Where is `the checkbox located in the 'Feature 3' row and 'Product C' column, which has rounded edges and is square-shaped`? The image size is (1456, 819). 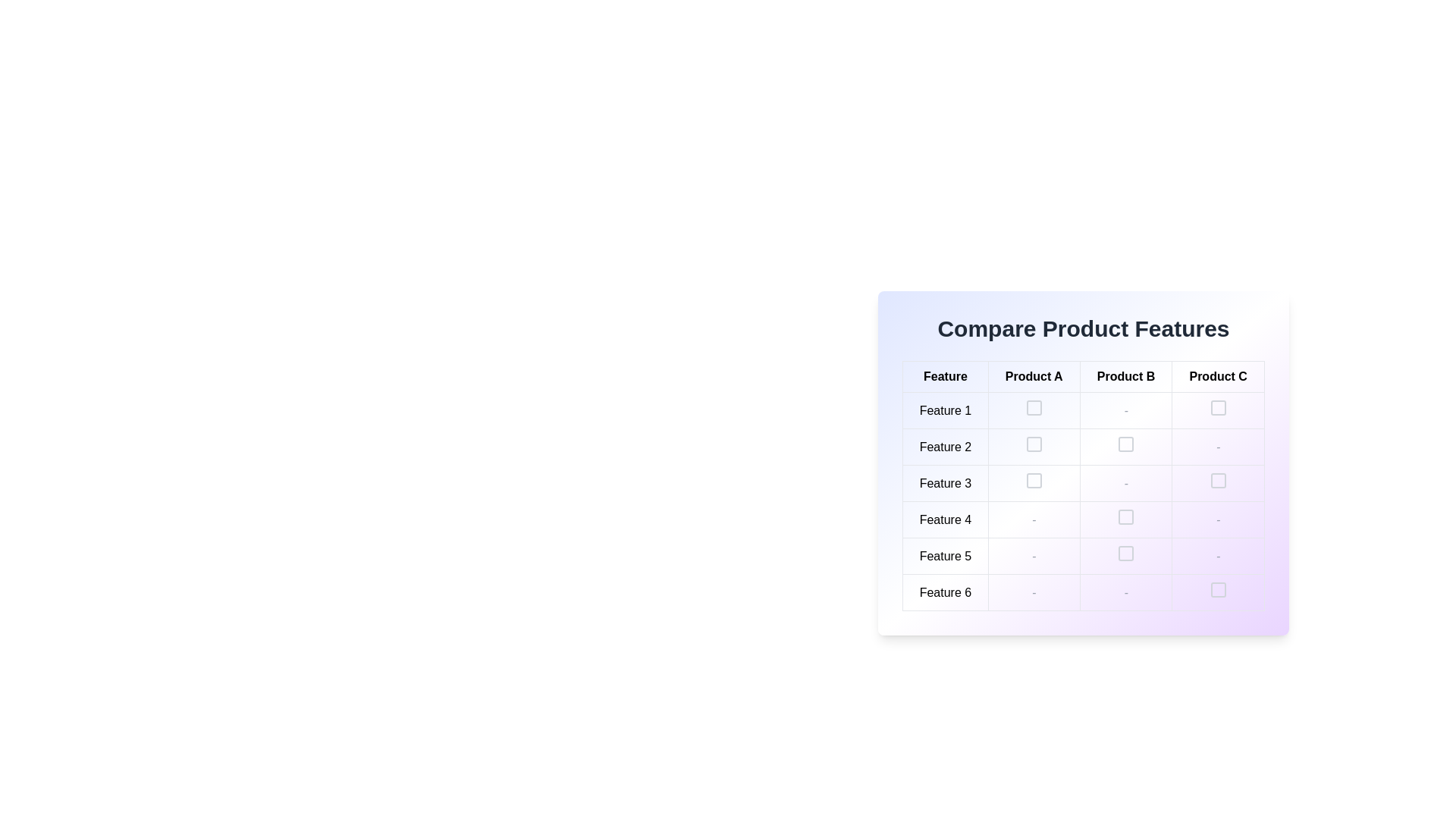 the checkbox located in the 'Feature 3' row and 'Product C' column, which has rounded edges and is square-shaped is located at coordinates (1218, 483).